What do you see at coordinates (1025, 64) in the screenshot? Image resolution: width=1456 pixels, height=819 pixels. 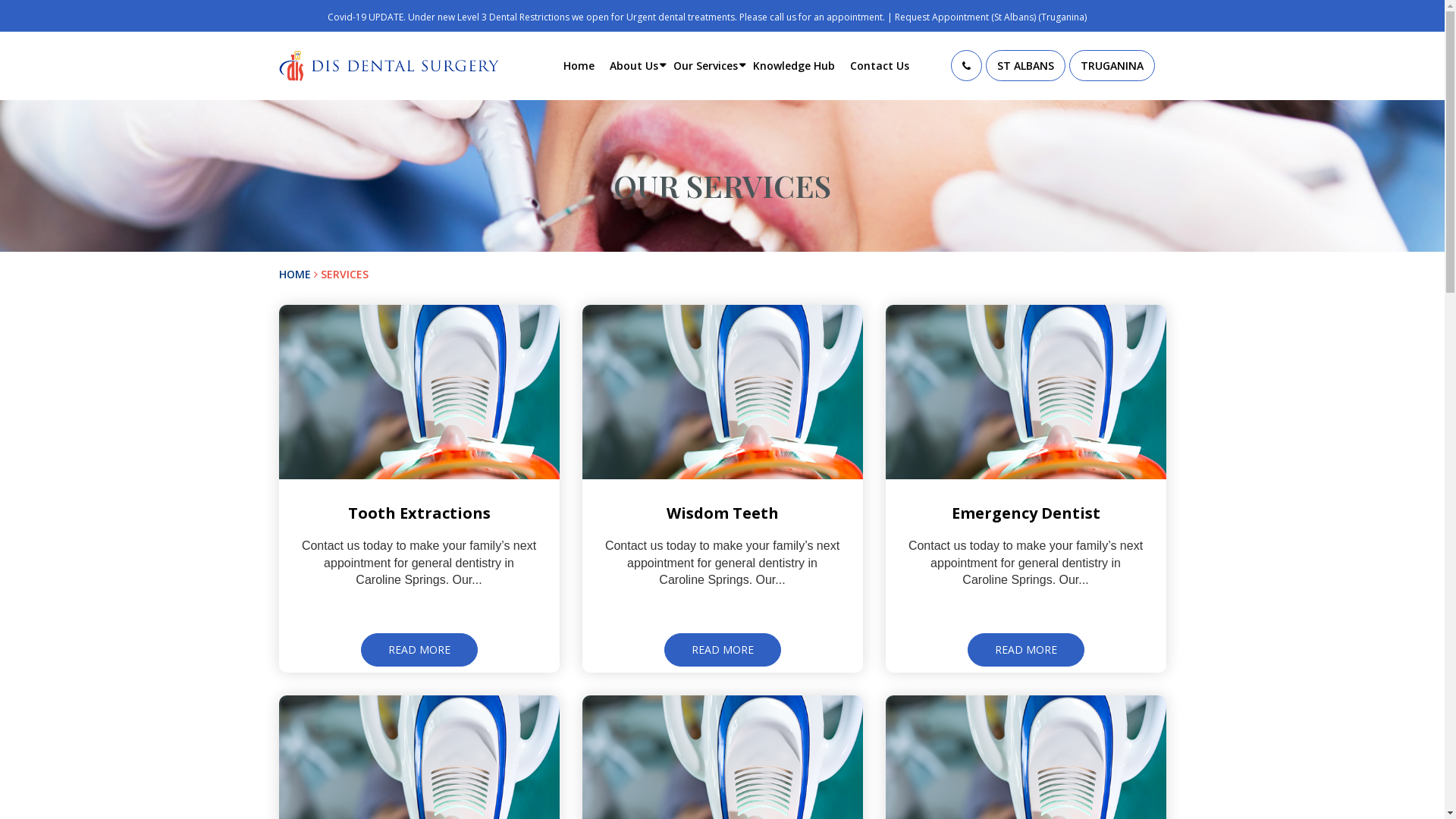 I see `'ST ALBANS'` at bounding box center [1025, 64].